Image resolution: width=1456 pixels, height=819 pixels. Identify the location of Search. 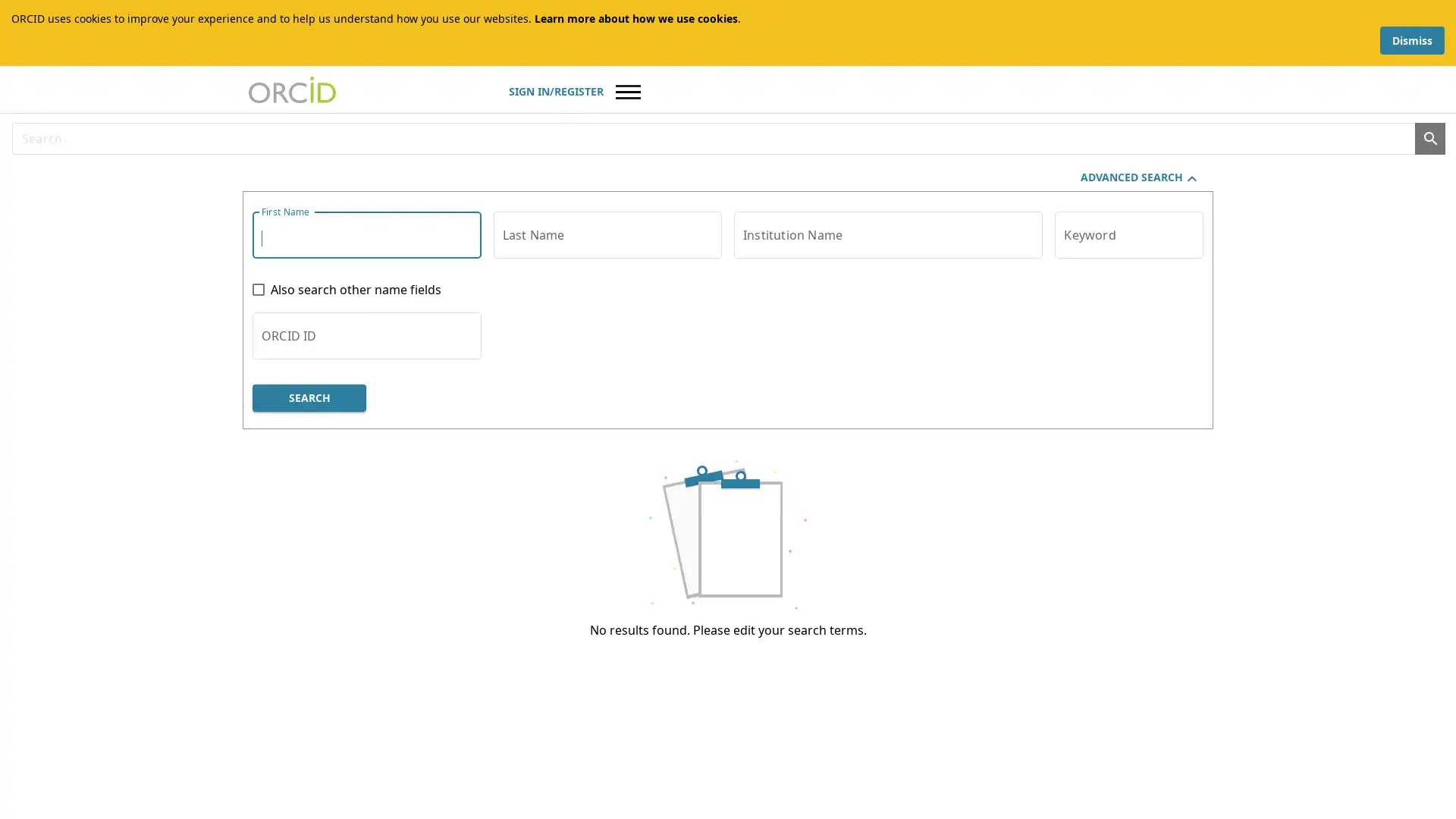
(1197, 116).